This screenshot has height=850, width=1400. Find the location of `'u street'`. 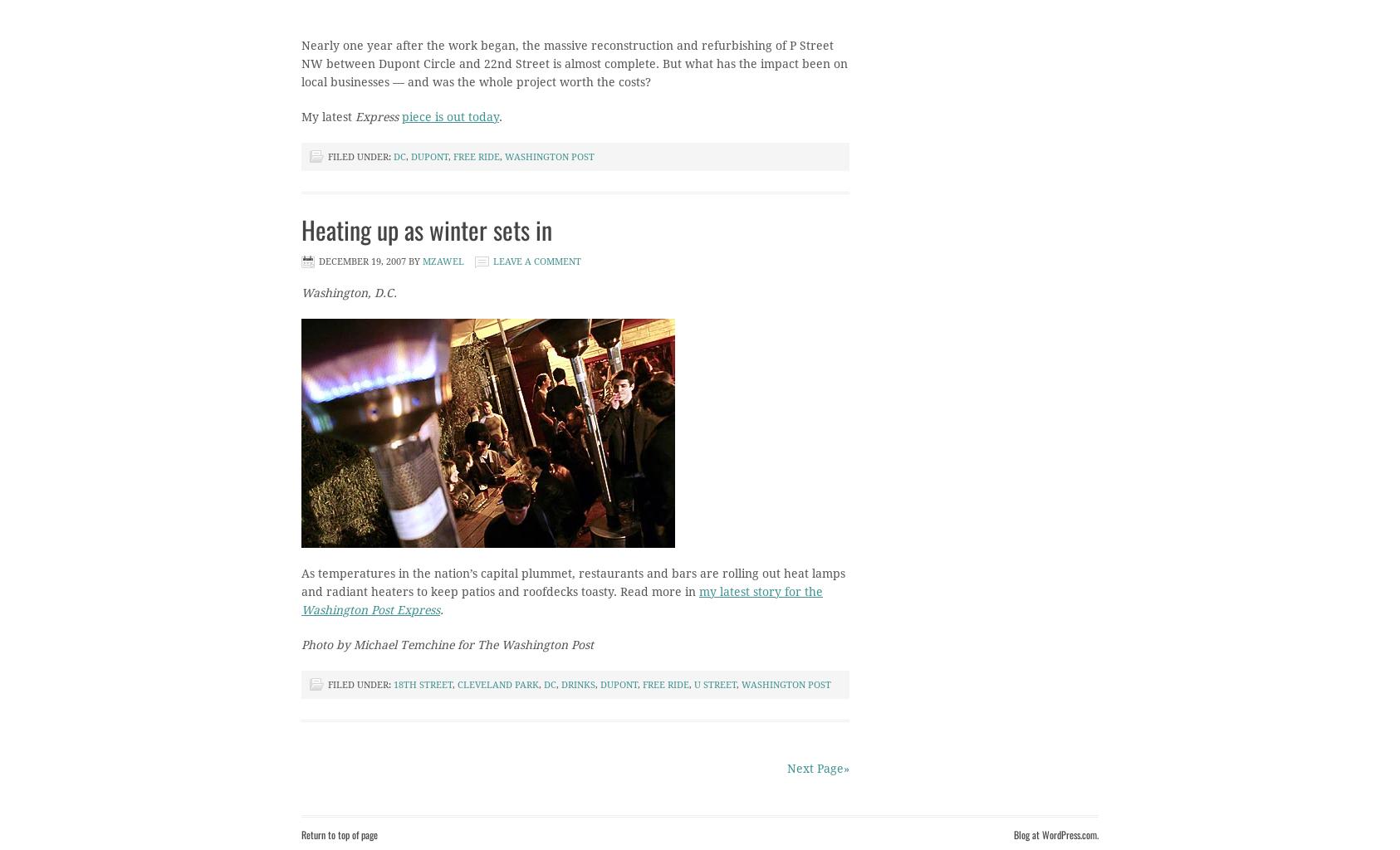

'u street' is located at coordinates (714, 684).